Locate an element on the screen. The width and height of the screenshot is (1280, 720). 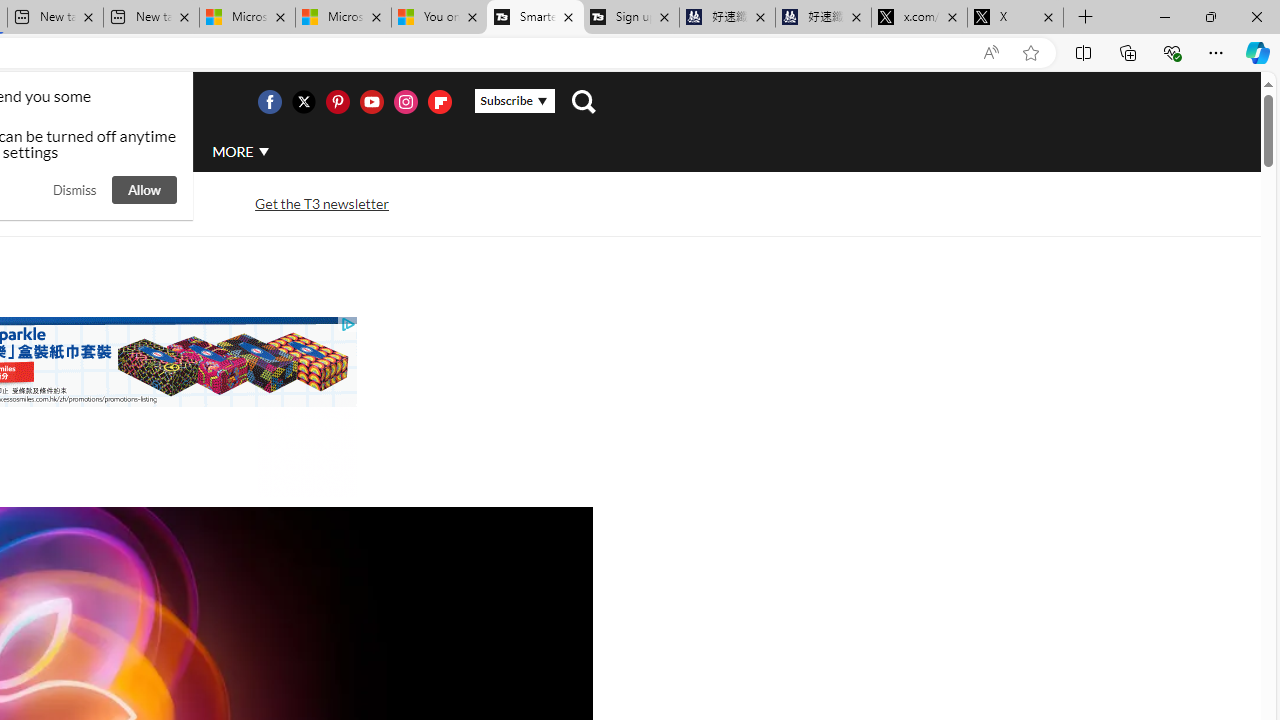
'Get the T3 newsletter' is located at coordinates (322, 204).